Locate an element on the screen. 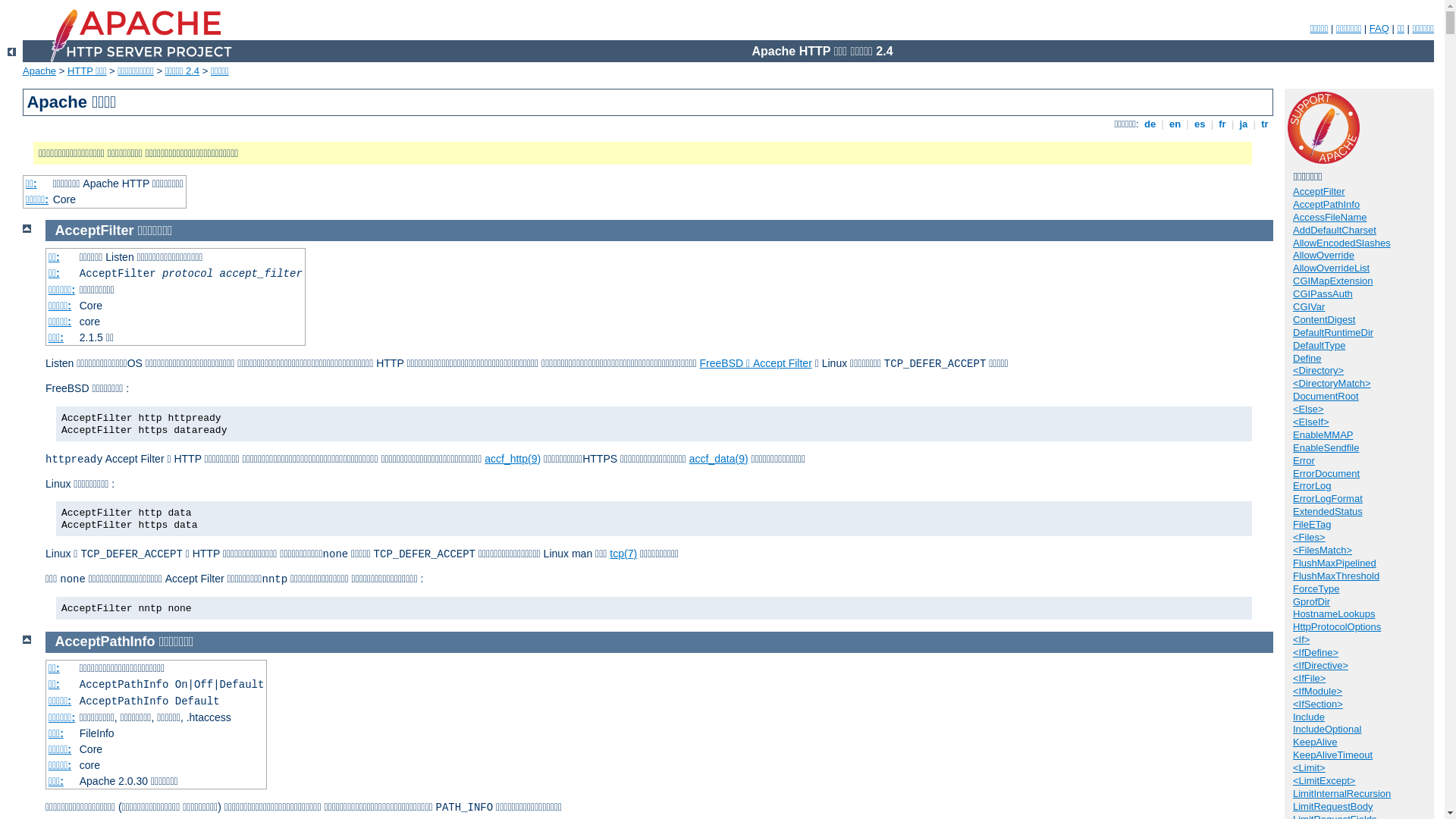 The width and height of the screenshot is (1456, 819). 'EnableMMAP' is located at coordinates (1322, 435).